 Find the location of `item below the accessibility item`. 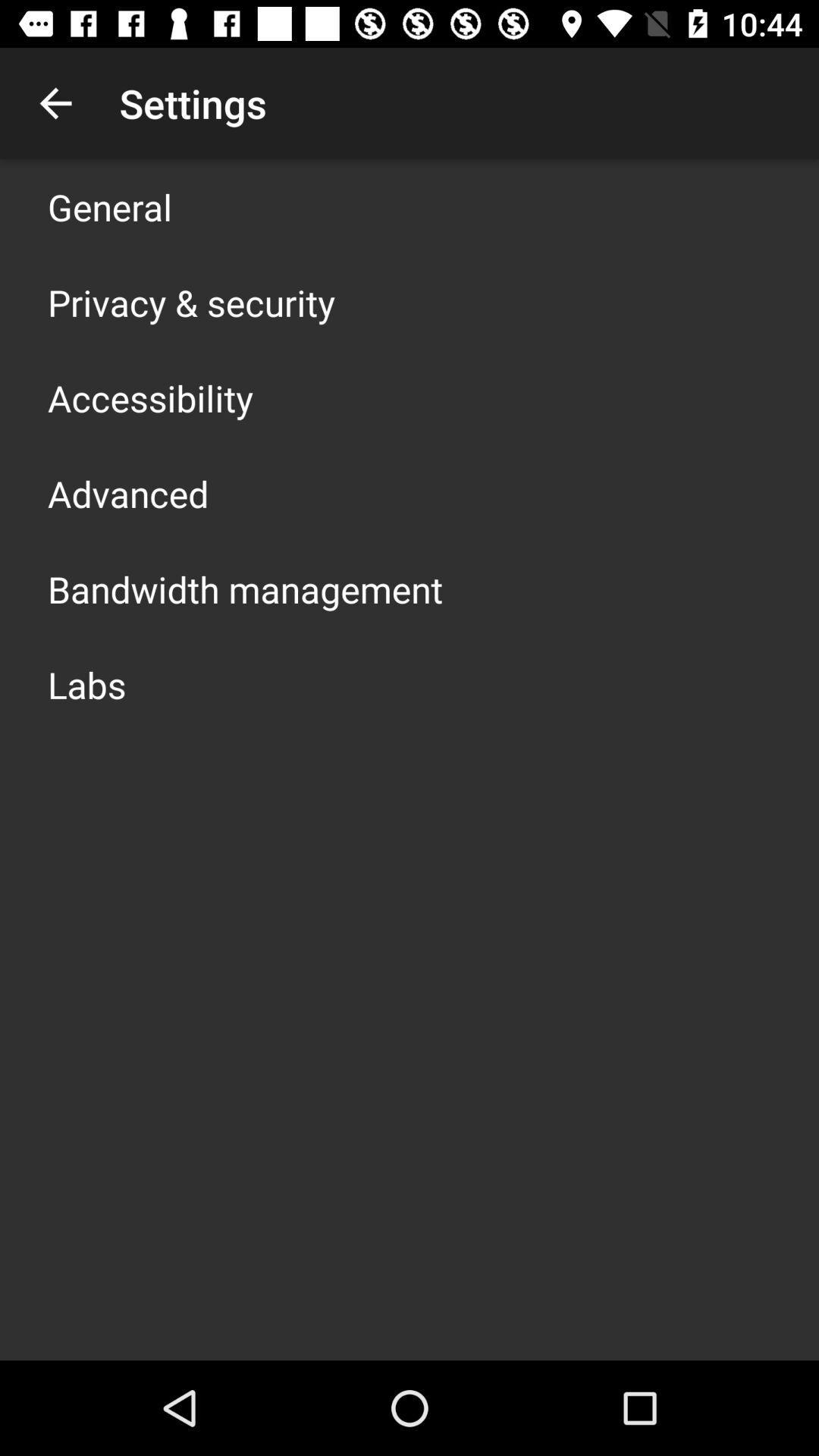

item below the accessibility item is located at coordinates (127, 494).